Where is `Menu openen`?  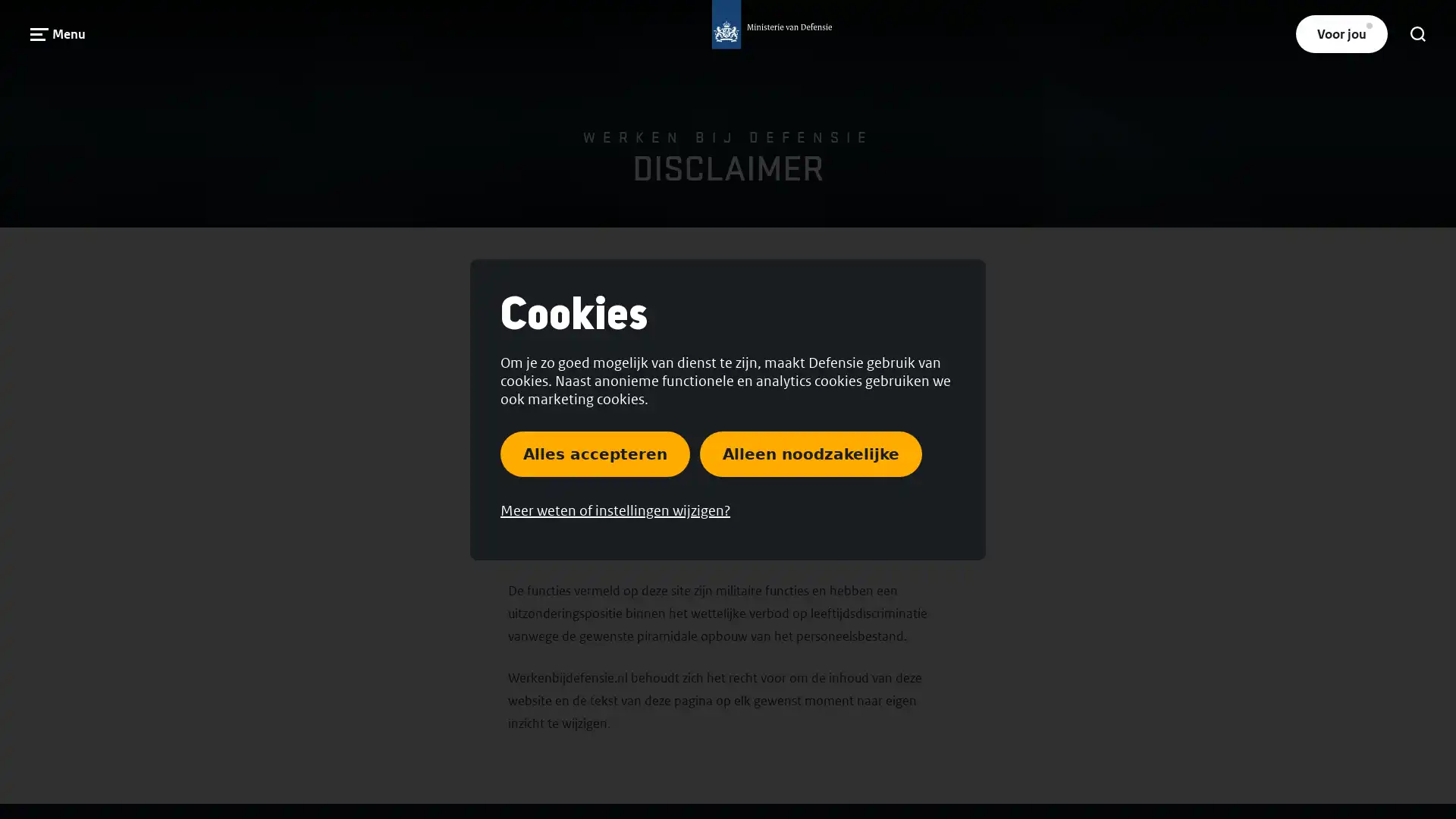
Menu openen is located at coordinates (58, 33).